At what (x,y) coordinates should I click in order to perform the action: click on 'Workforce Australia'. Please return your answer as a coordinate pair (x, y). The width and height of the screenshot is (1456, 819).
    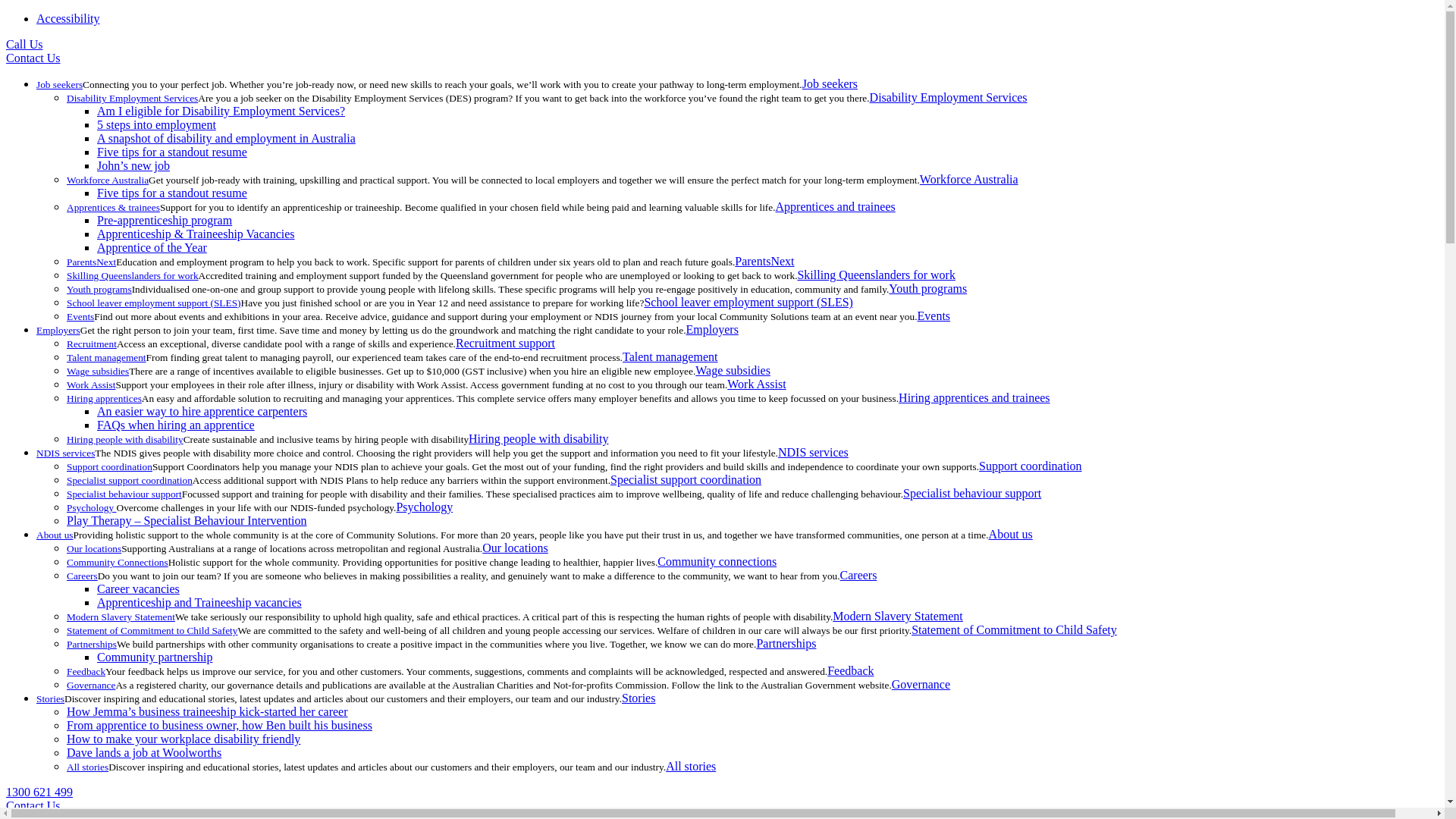
    Looking at the image, I should click on (919, 178).